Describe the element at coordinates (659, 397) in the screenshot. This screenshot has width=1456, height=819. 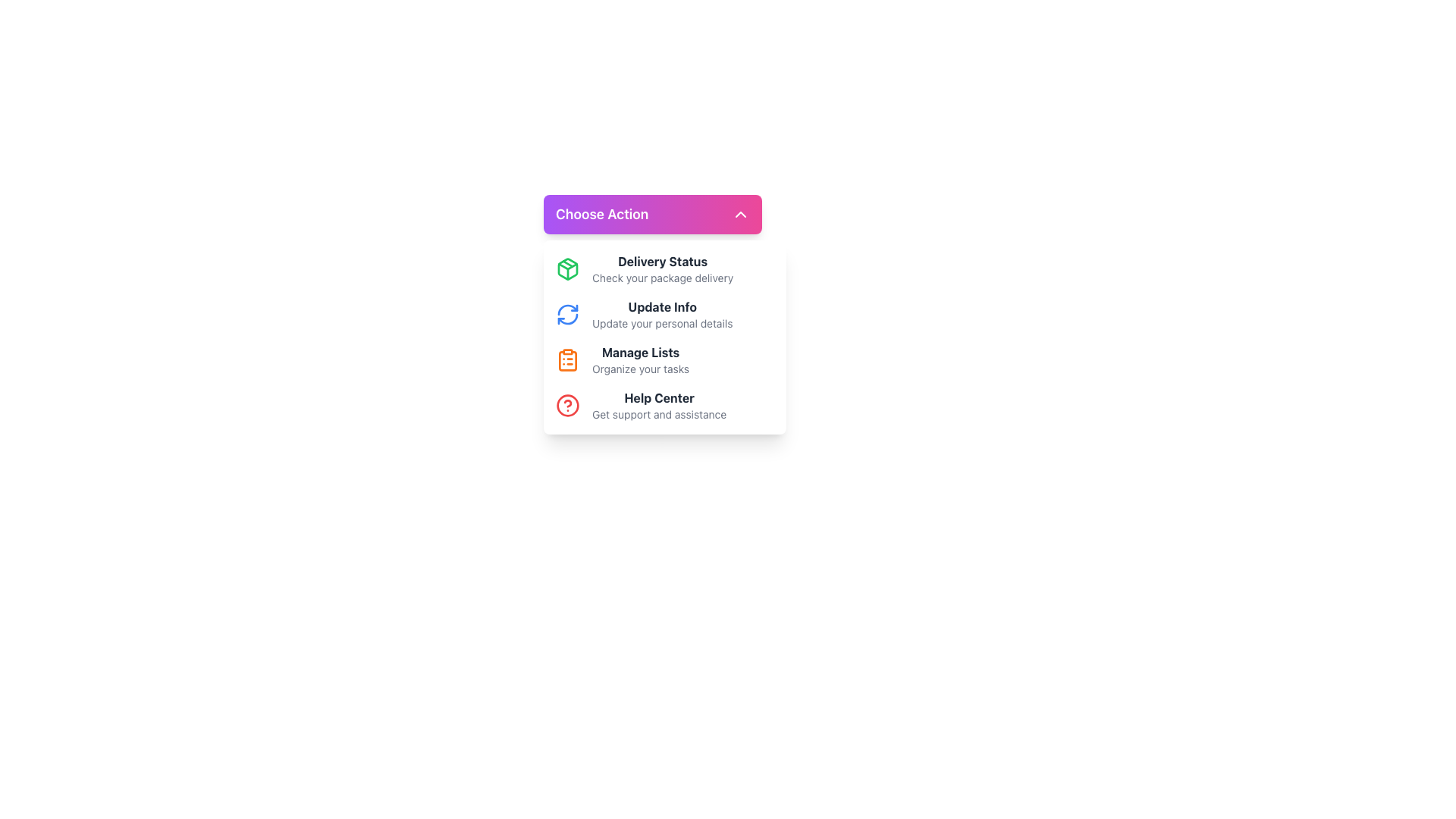
I see `text label that serves as a title or category header within the dropdown menu for support and assistance, located at the bottom of the menu` at that location.